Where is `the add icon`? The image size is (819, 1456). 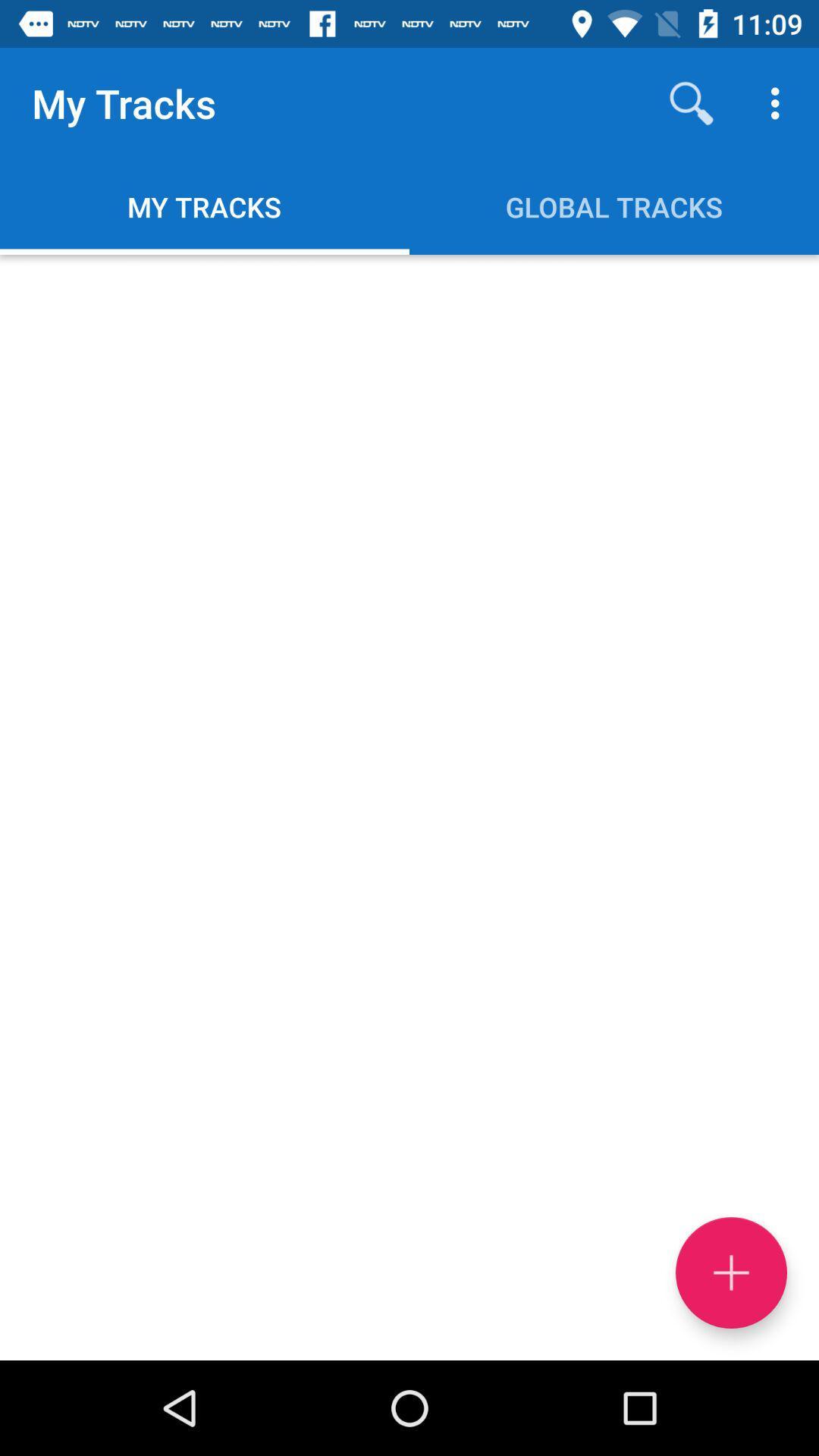 the add icon is located at coordinates (730, 1272).